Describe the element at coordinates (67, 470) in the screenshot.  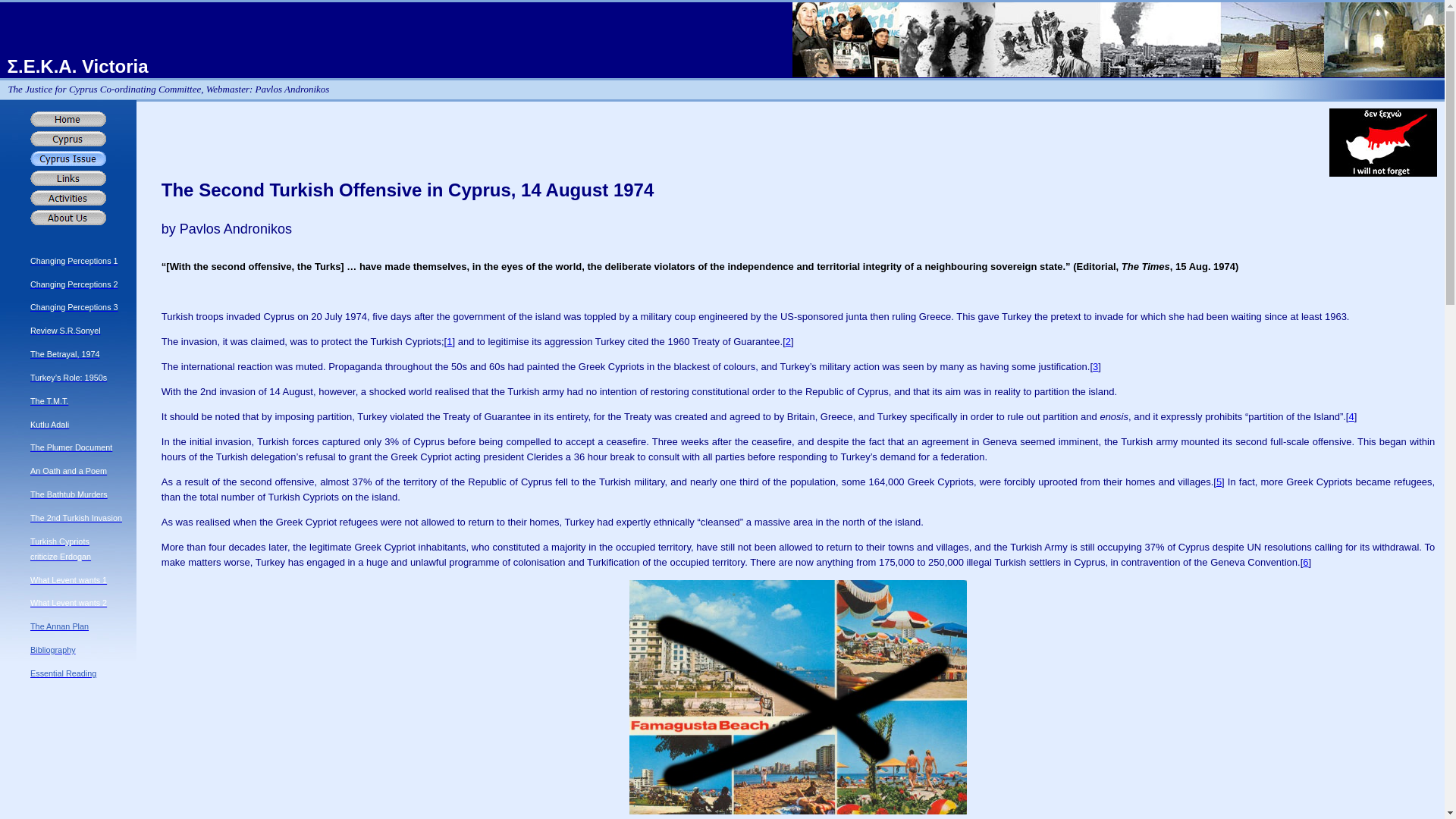
I see `'An Oath and a Poem'` at that location.